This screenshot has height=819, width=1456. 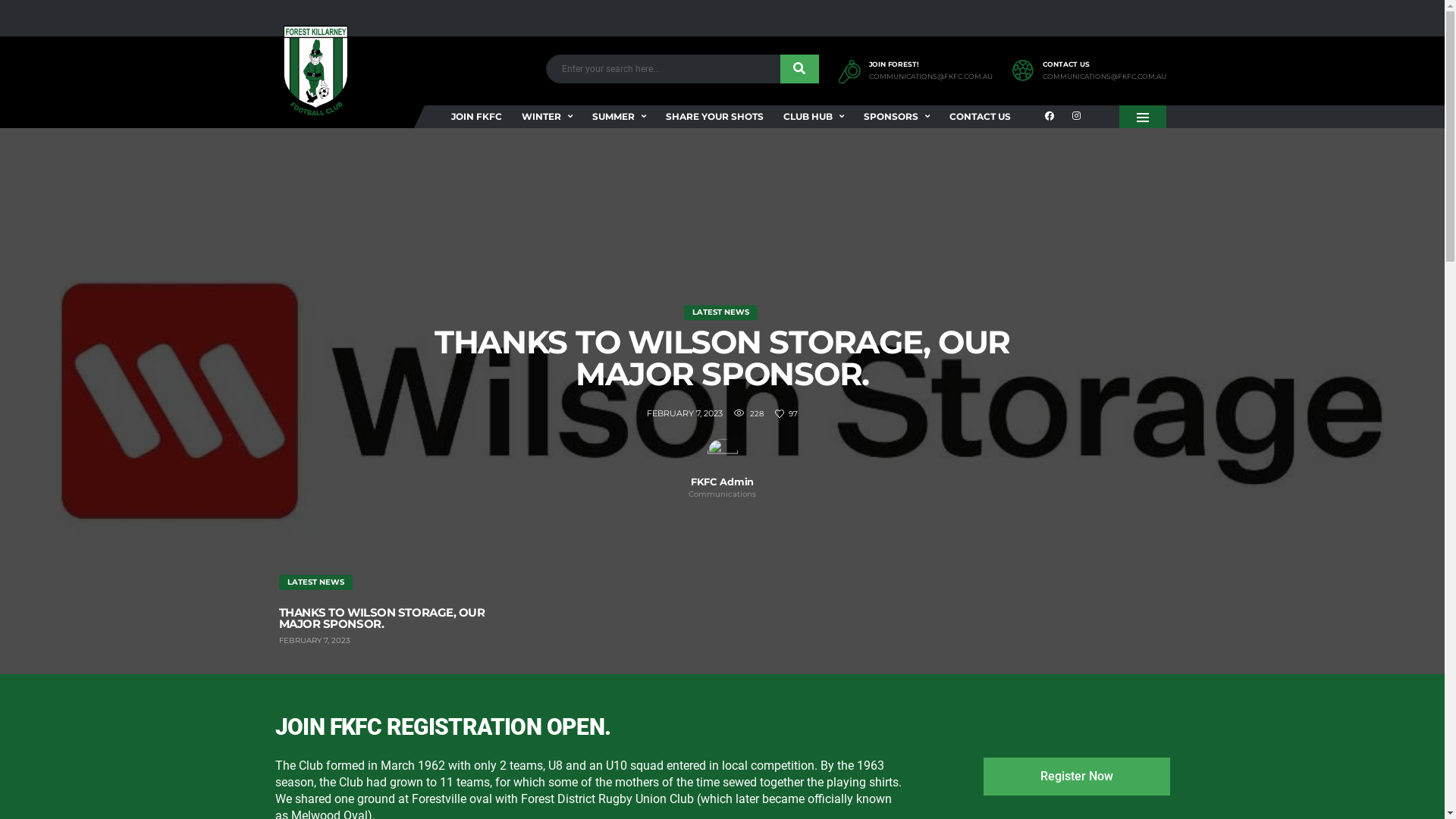 What do you see at coordinates (930, 77) in the screenshot?
I see `'COMMUNICATIONS@FKFC.COM.AU'` at bounding box center [930, 77].